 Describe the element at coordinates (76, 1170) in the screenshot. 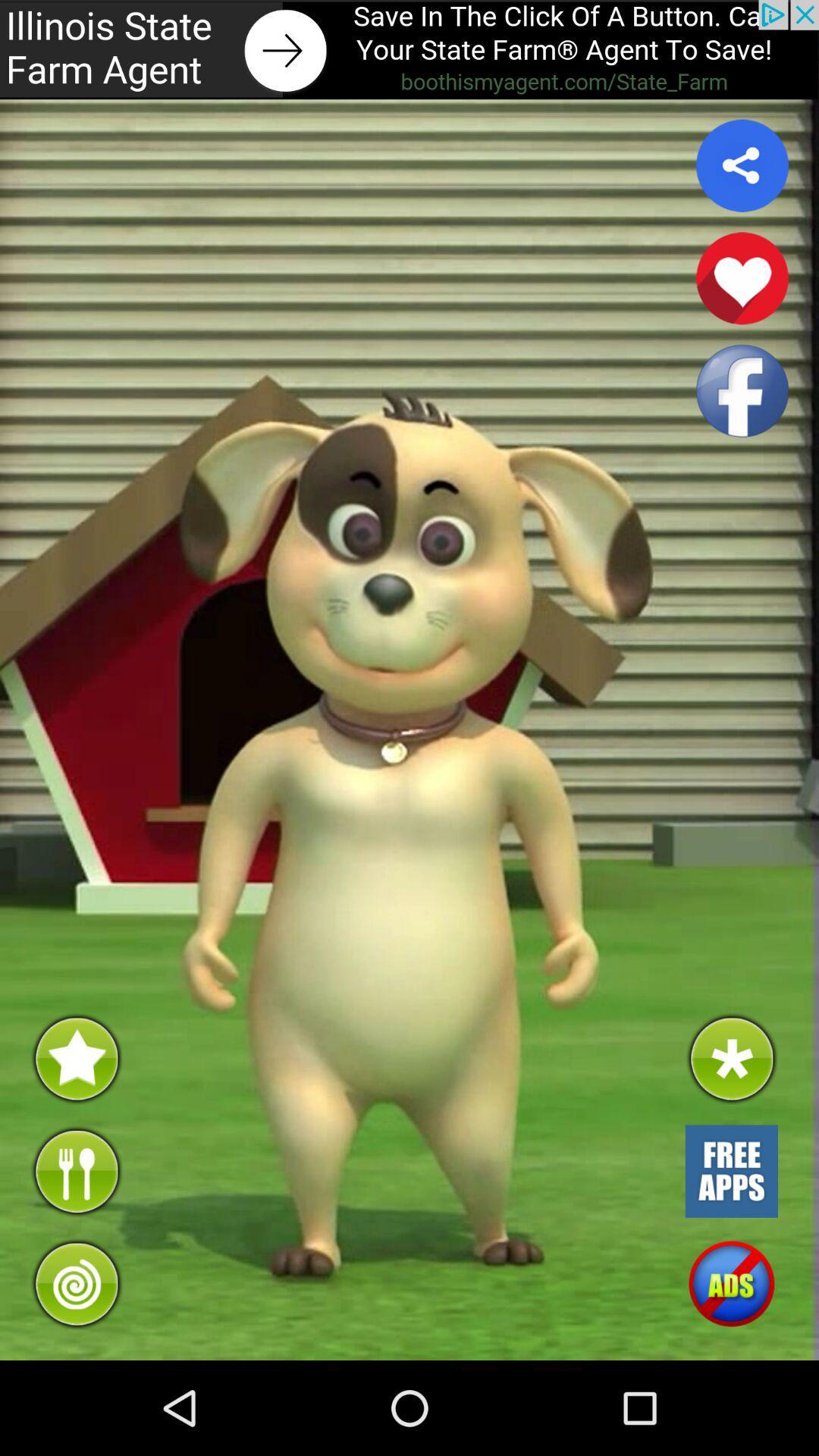

I see `feed the dog` at that location.